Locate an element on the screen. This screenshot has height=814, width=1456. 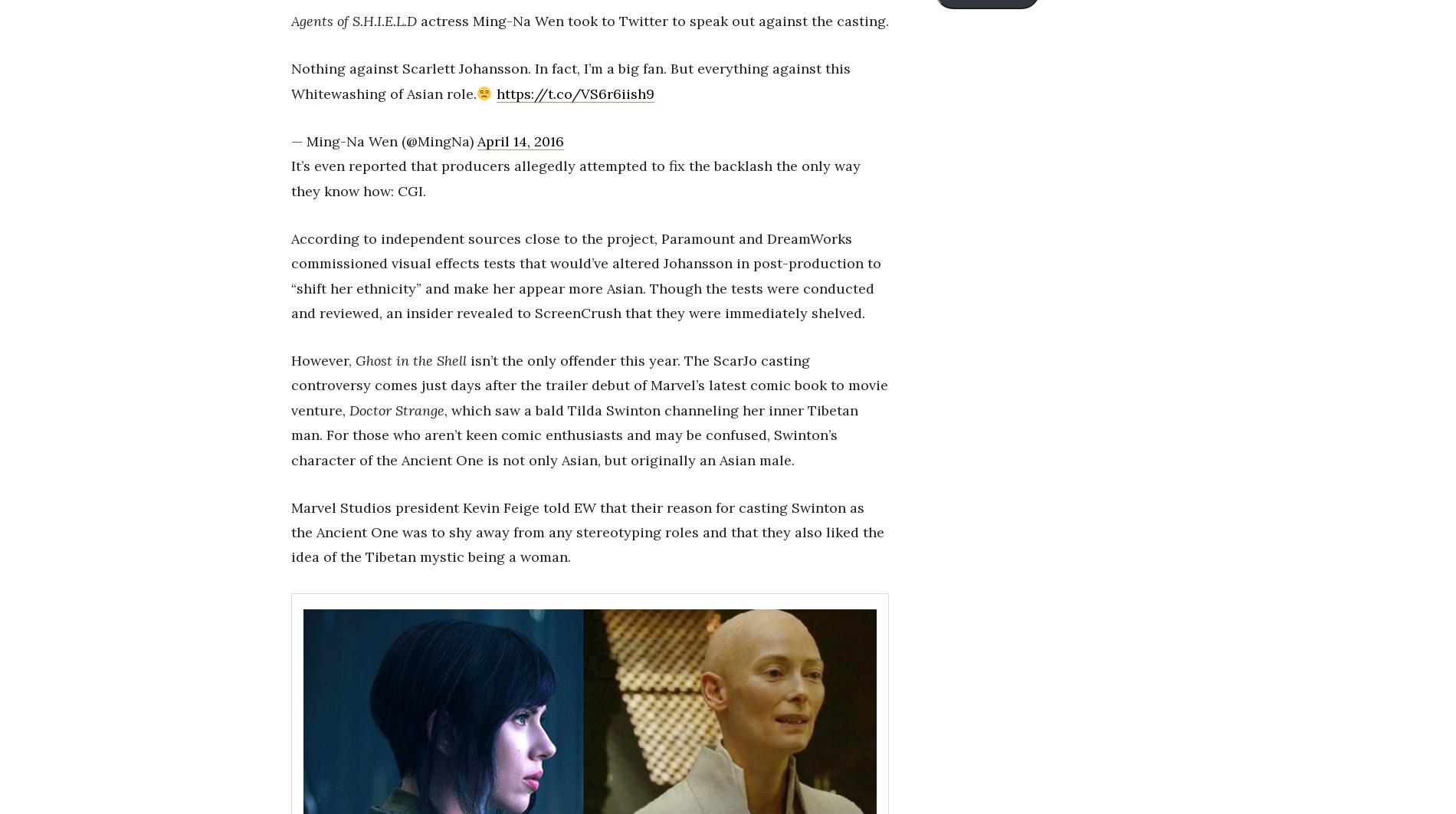
'isn’t the only offender this year. The ScarJo casting controversy comes just days after the trailer debut of Marvel’s latest comic book to movie venture,' is located at coordinates (589, 384).